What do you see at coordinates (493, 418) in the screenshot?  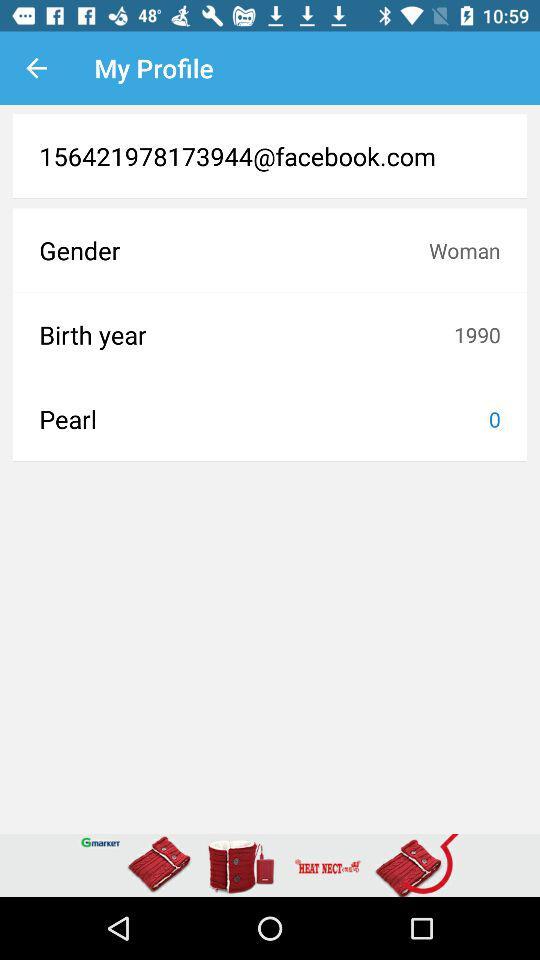 I see `0 icon` at bounding box center [493, 418].